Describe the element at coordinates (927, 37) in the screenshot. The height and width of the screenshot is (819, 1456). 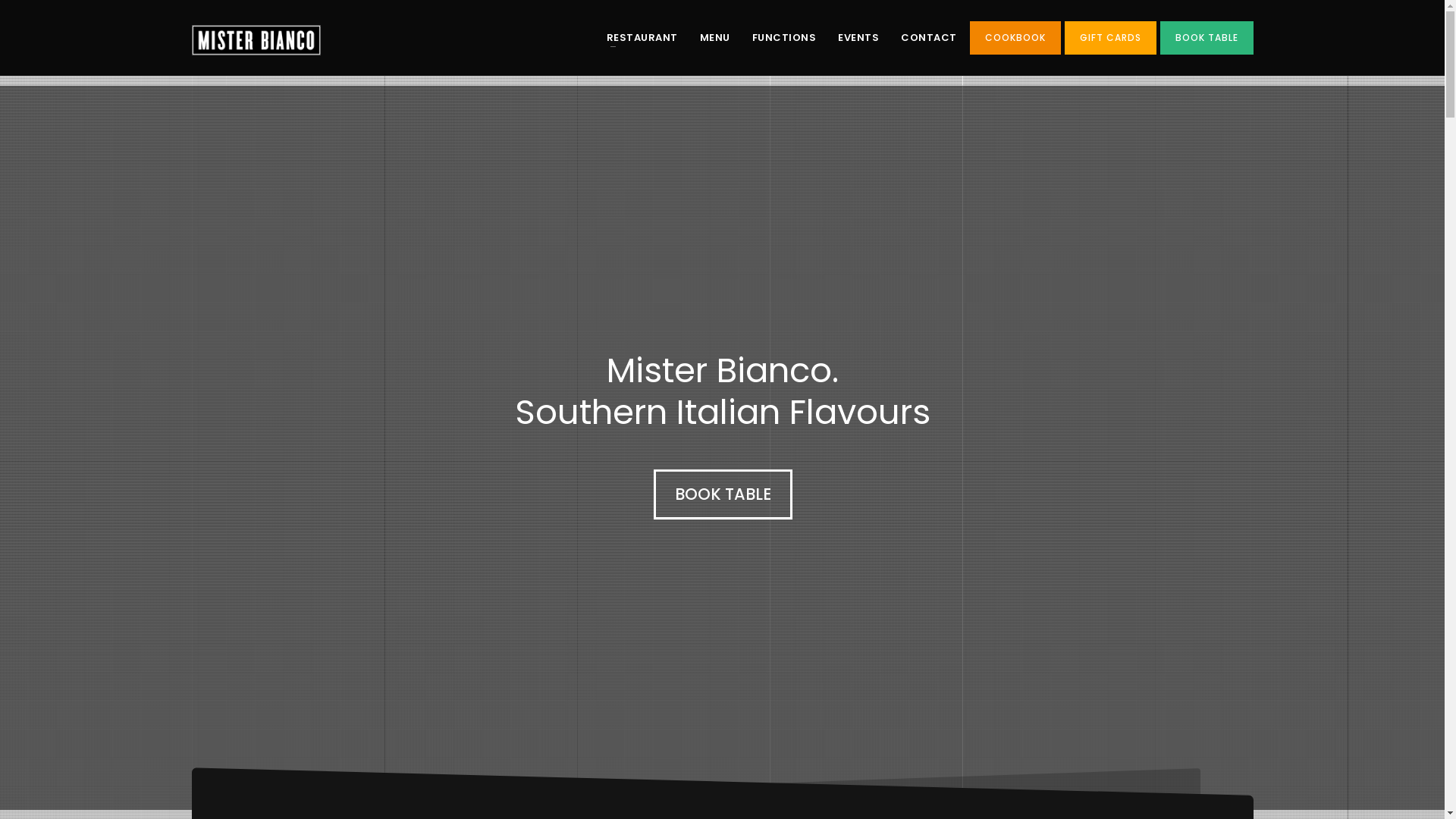
I see `'CONTACT'` at that location.